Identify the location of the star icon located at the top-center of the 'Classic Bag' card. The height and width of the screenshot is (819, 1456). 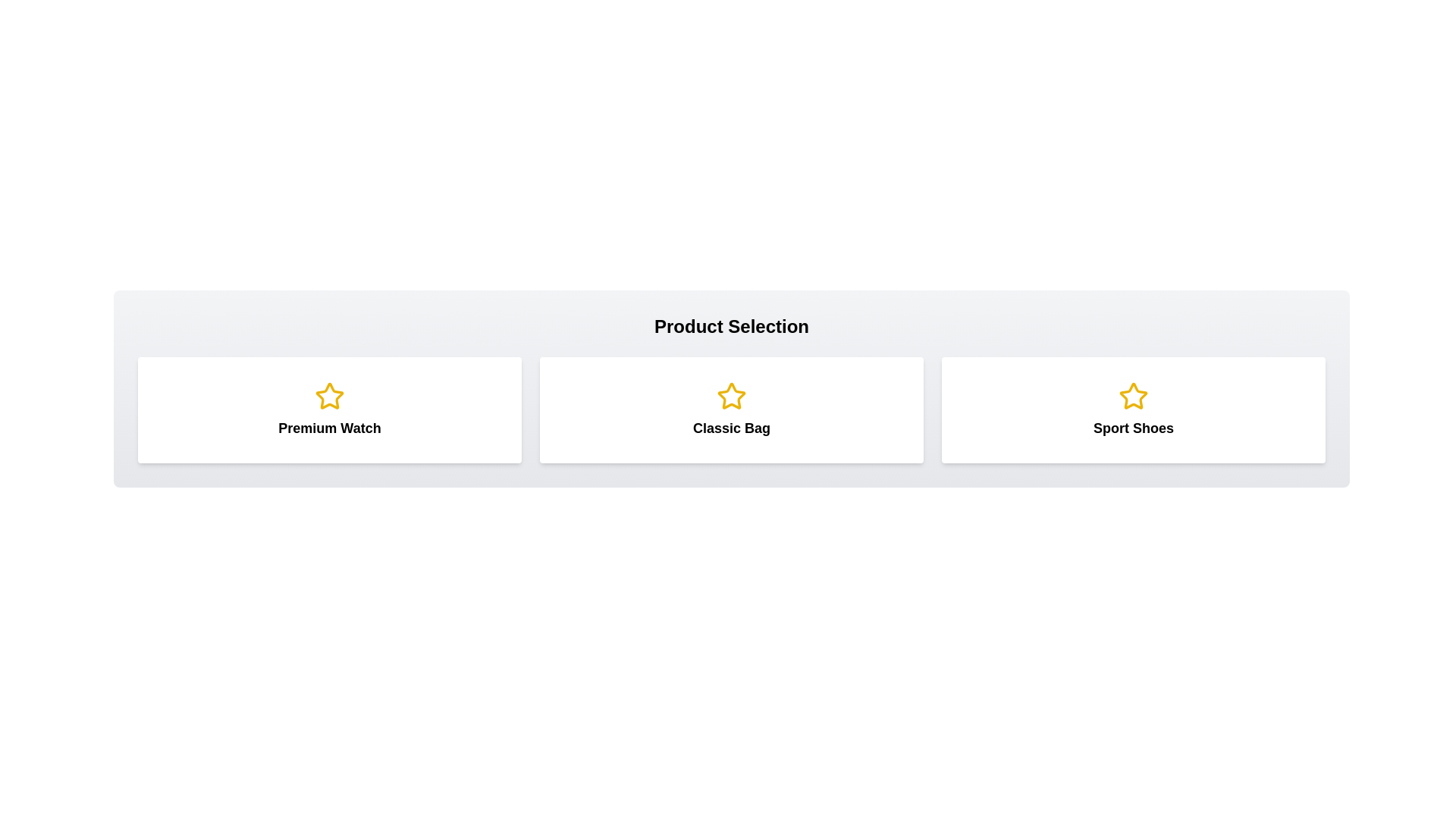
(731, 396).